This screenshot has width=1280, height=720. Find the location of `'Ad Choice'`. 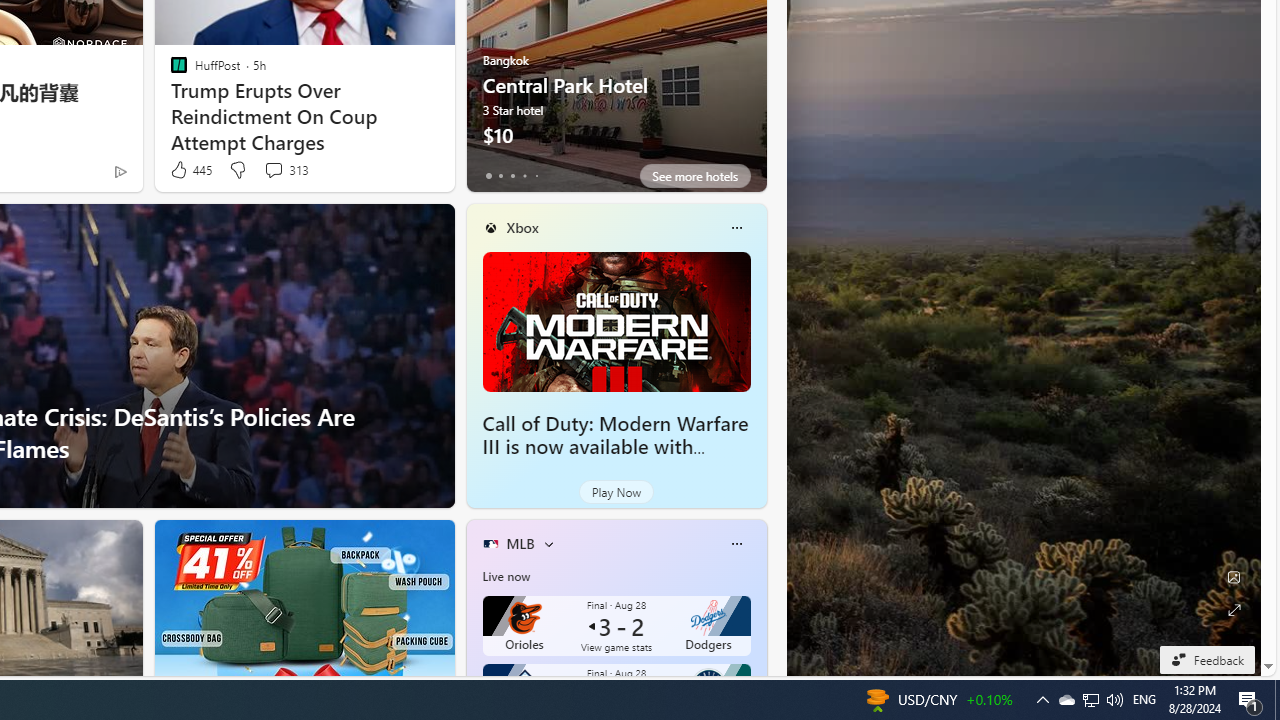

'Ad Choice' is located at coordinates (119, 170).